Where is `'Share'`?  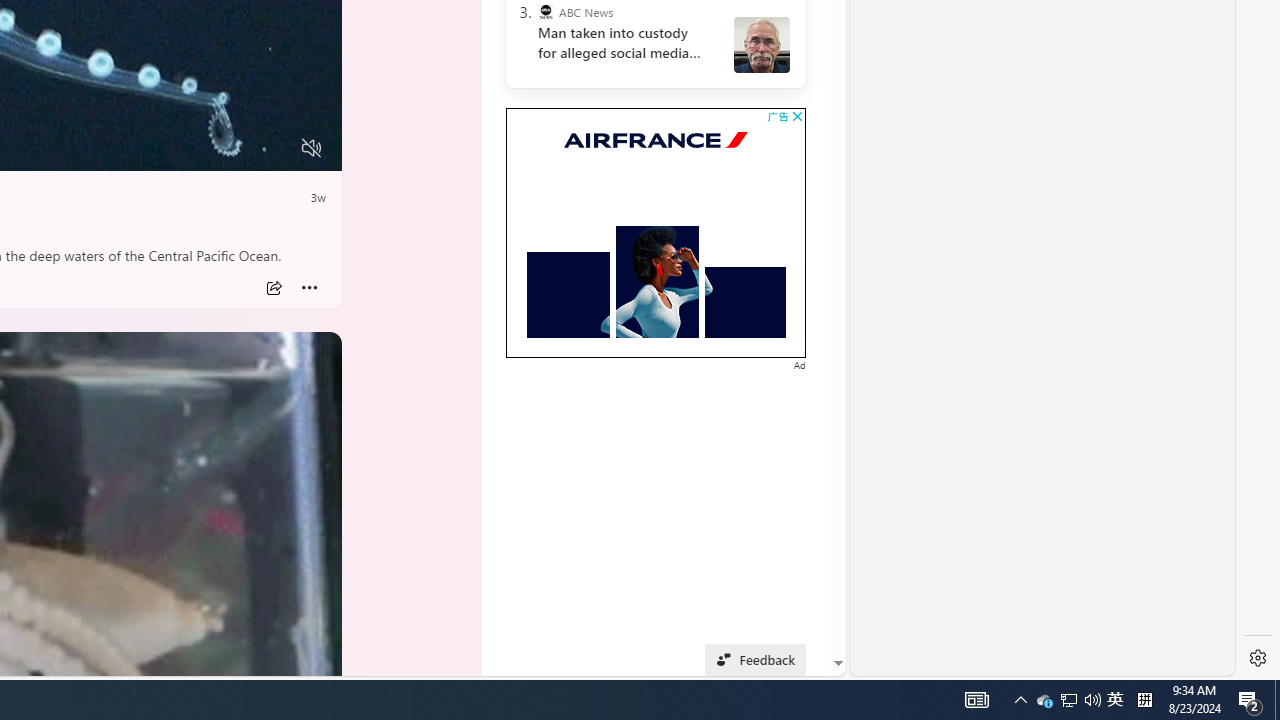
'Share' is located at coordinates (273, 288).